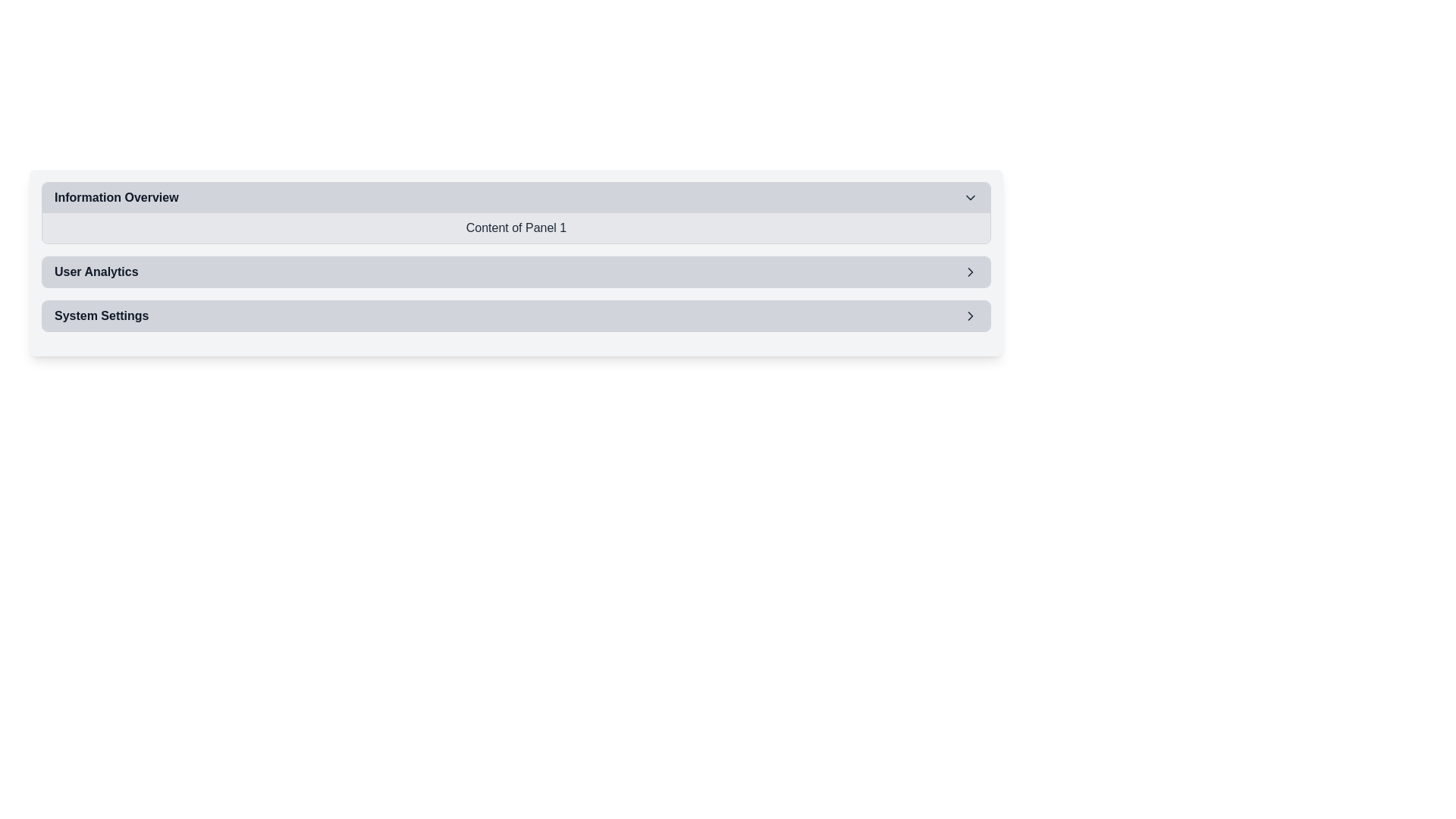 The width and height of the screenshot is (1456, 819). Describe the element at coordinates (971, 197) in the screenshot. I see `the downward-pointing chevron icon located at the far right of the 'Information Overview' header` at that location.